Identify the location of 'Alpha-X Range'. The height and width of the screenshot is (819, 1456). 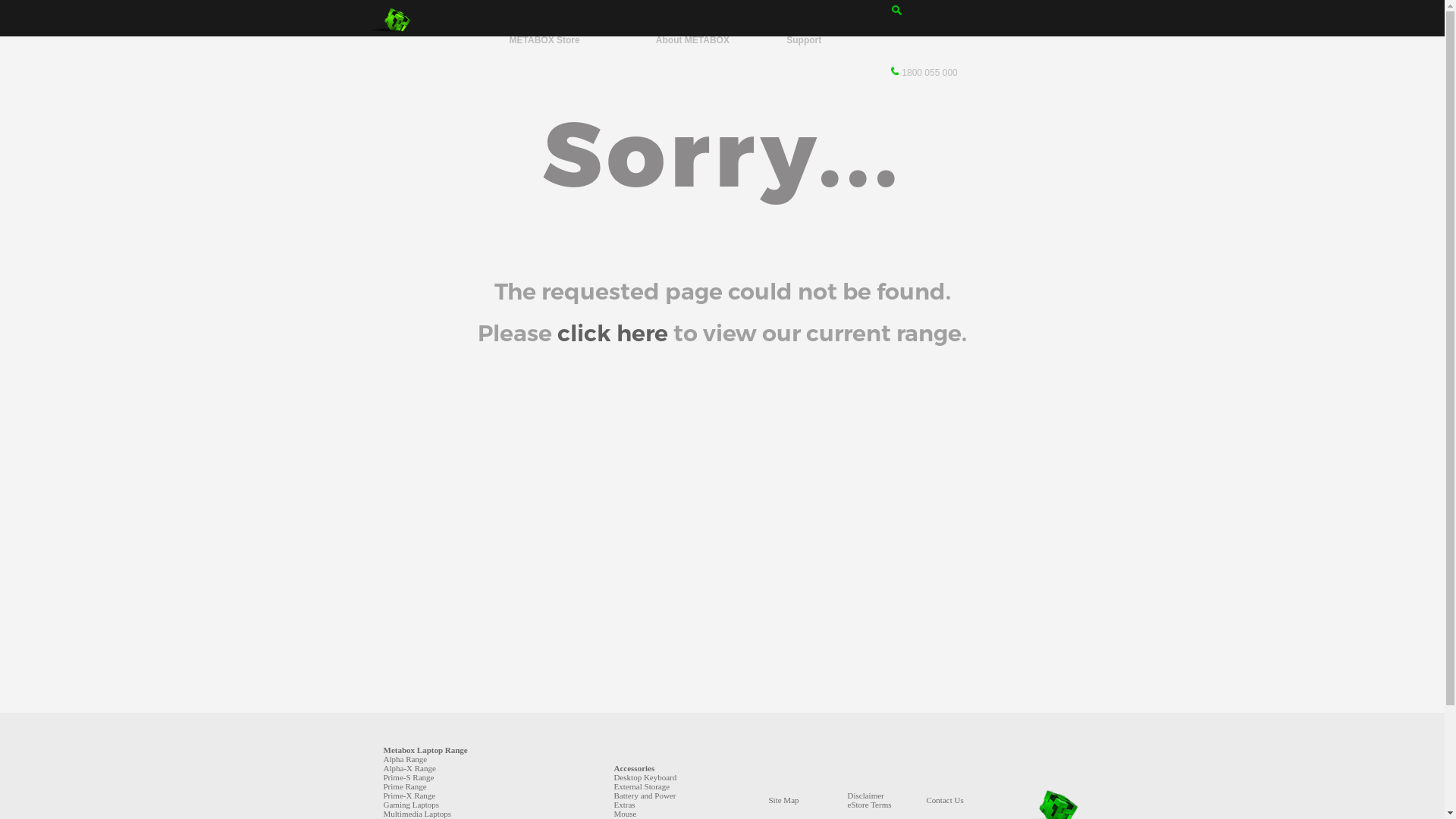
(409, 768).